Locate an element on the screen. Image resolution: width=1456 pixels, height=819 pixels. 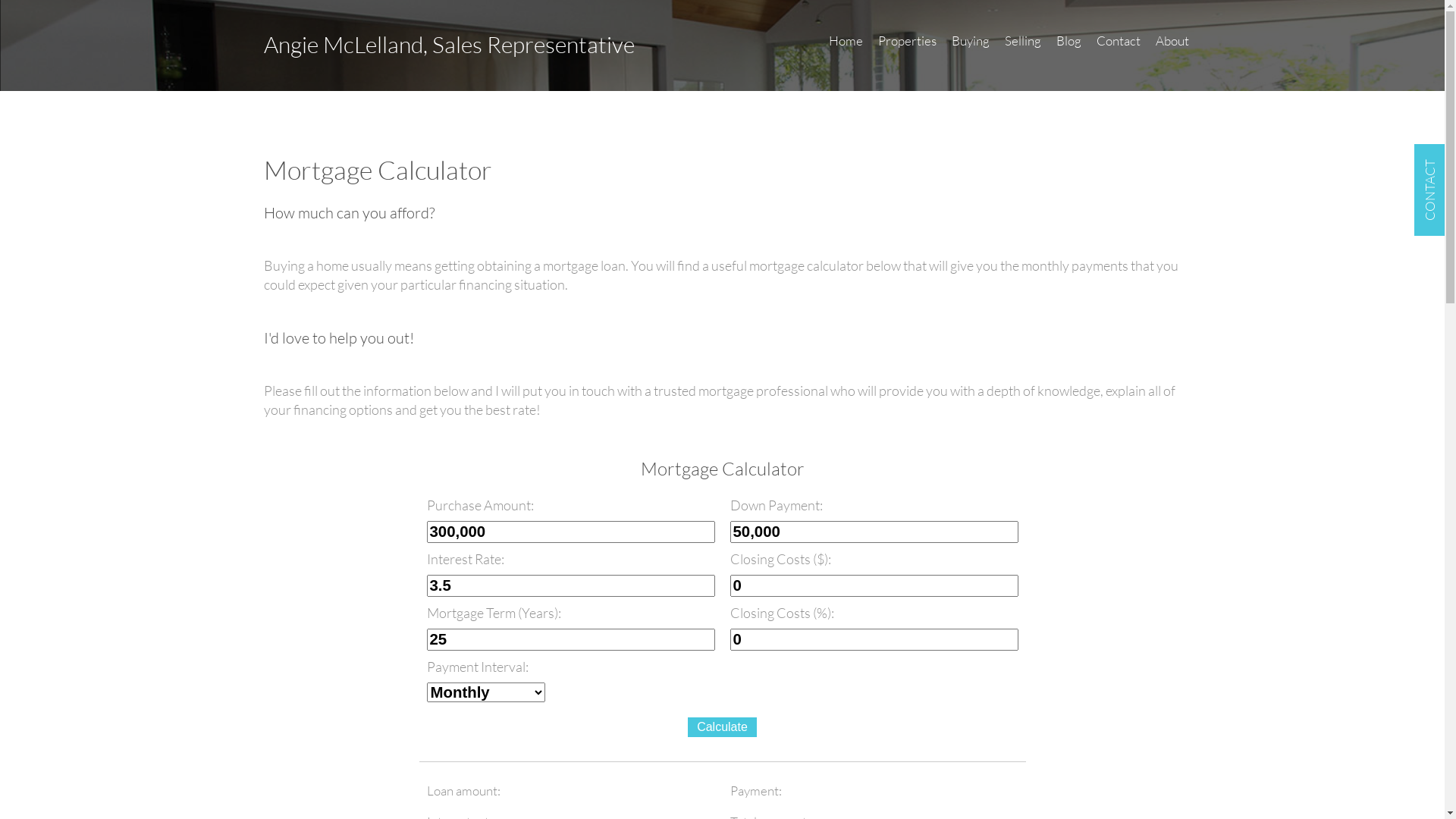
'Calculate' is located at coordinates (721, 726).